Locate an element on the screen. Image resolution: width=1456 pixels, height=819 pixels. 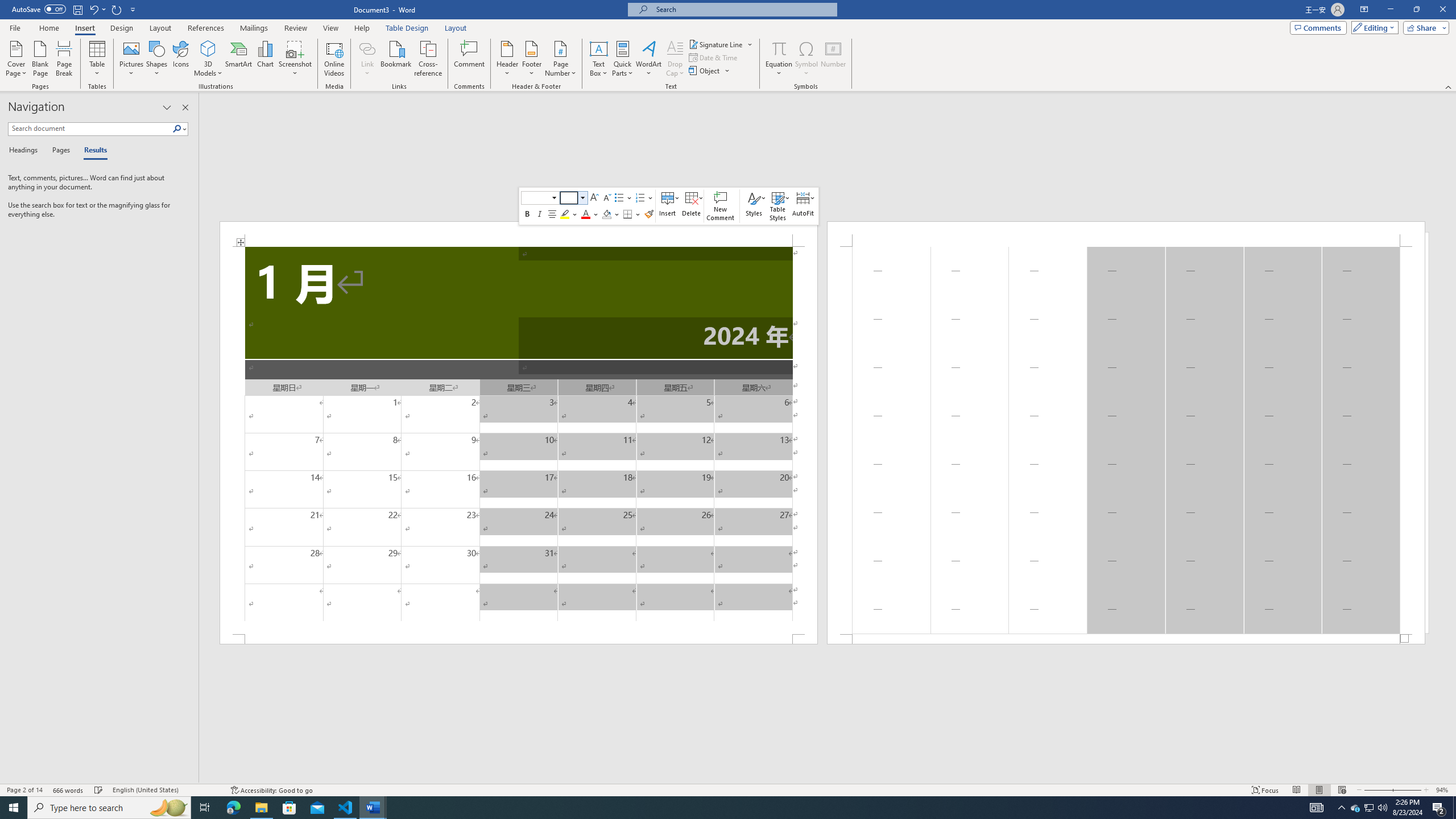
'New Comment' is located at coordinates (721, 205).